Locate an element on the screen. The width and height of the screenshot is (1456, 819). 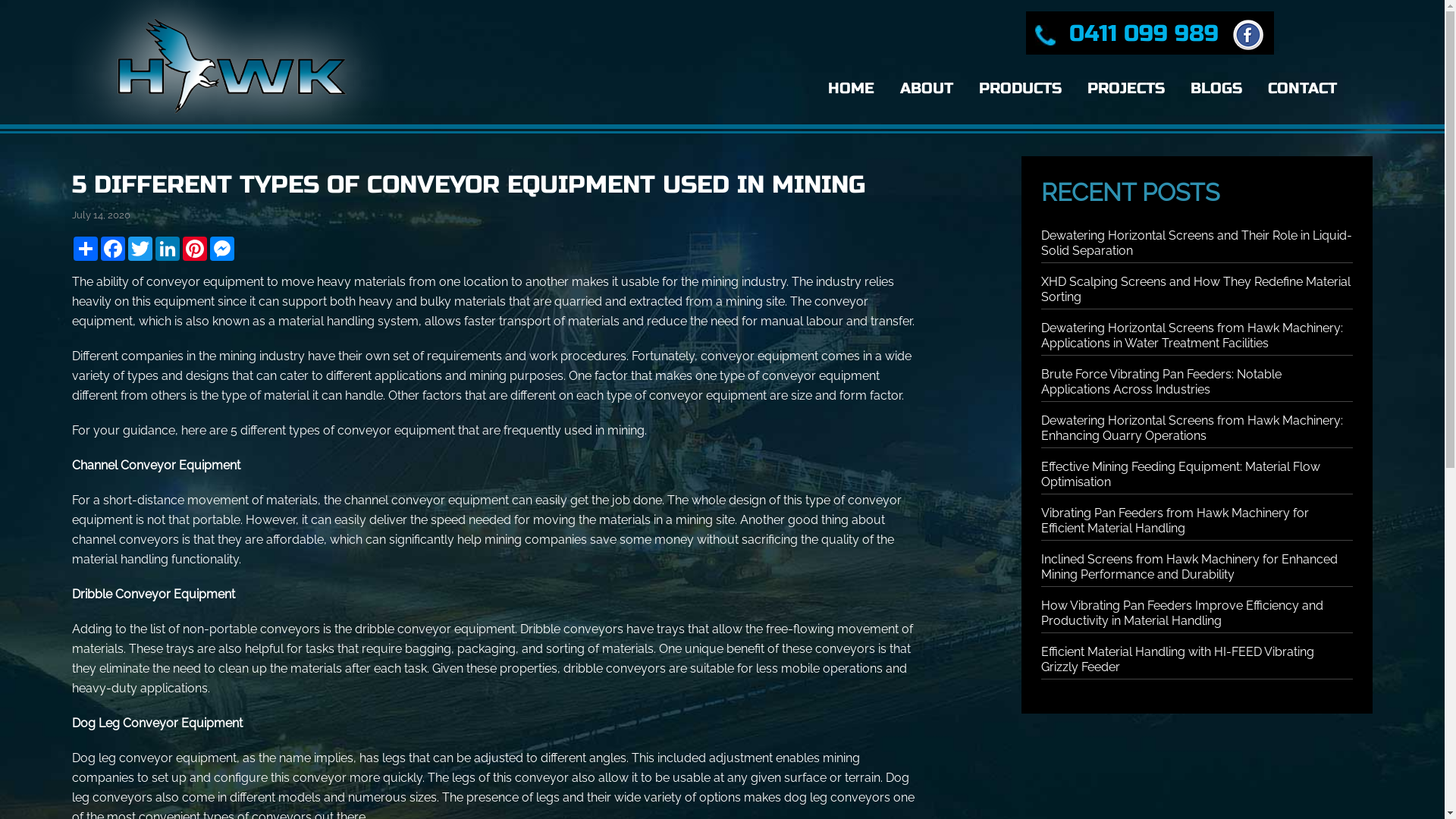
'XHD Scalping Screens and How They Redefine Material Sorting' is located at coordinates (1195, 289).